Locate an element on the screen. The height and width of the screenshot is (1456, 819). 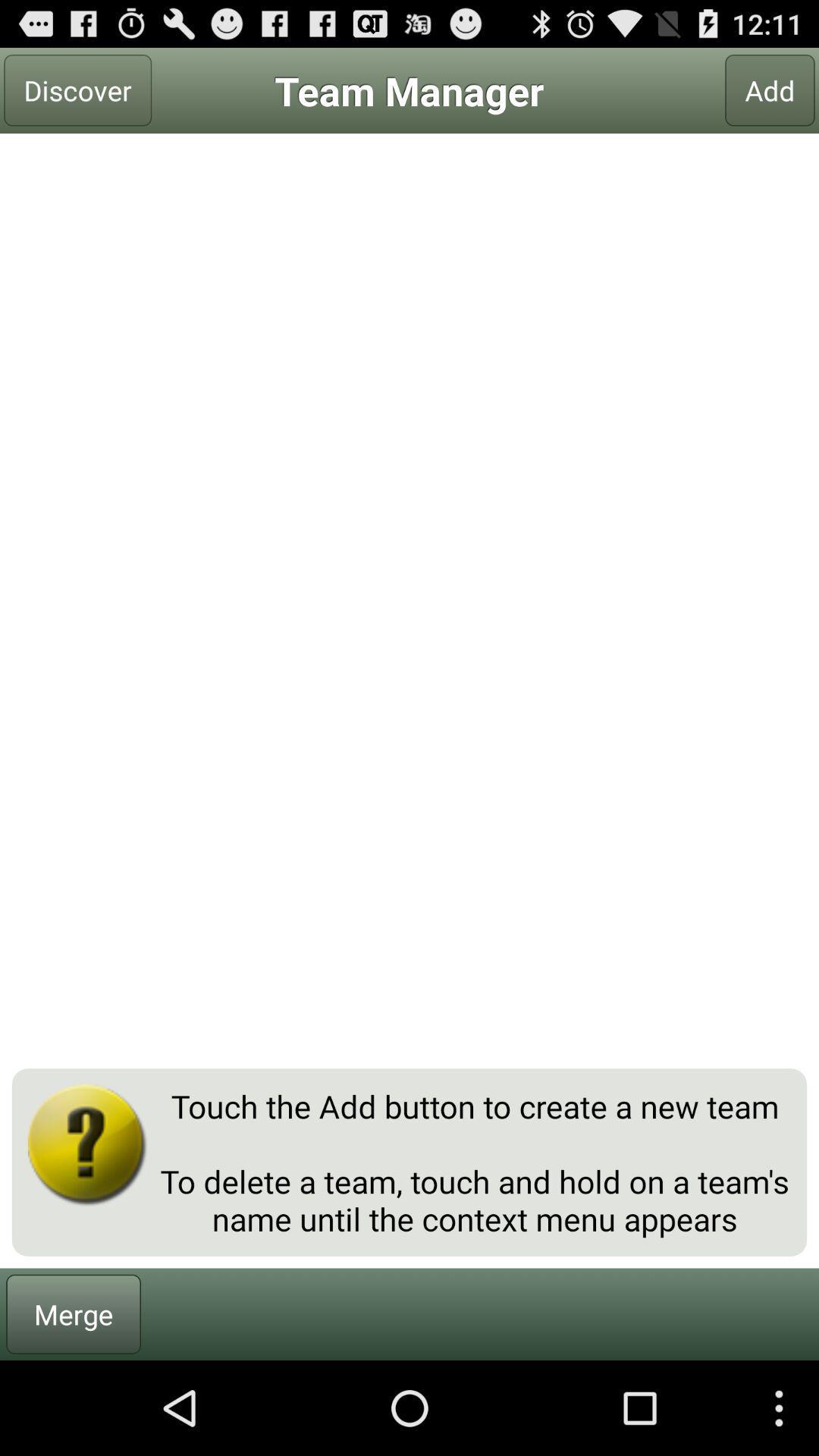
merge icon is located at coordinates (74, 1313).